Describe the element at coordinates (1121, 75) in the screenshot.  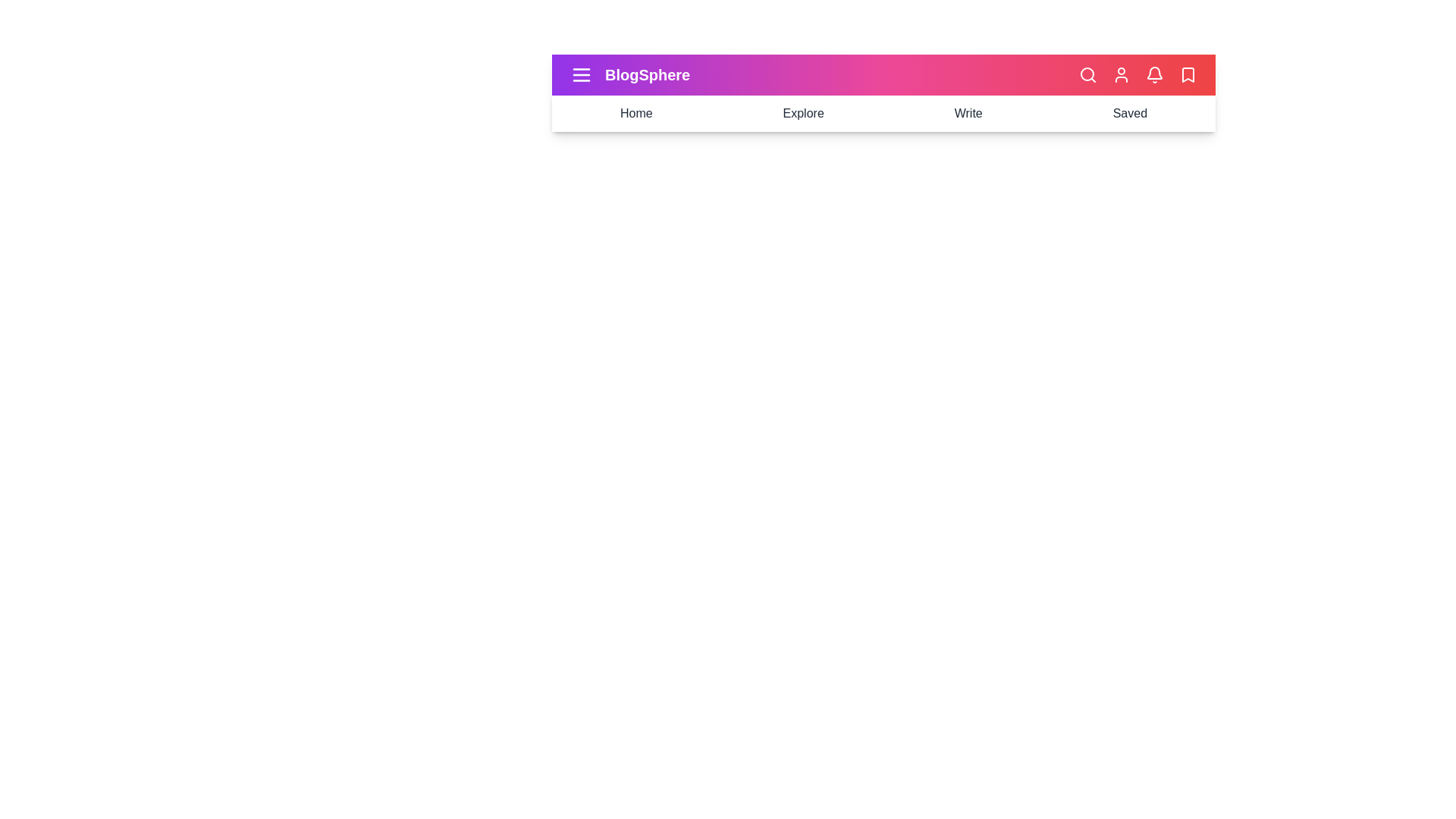
I see `the element User to preview its effect` at that location.